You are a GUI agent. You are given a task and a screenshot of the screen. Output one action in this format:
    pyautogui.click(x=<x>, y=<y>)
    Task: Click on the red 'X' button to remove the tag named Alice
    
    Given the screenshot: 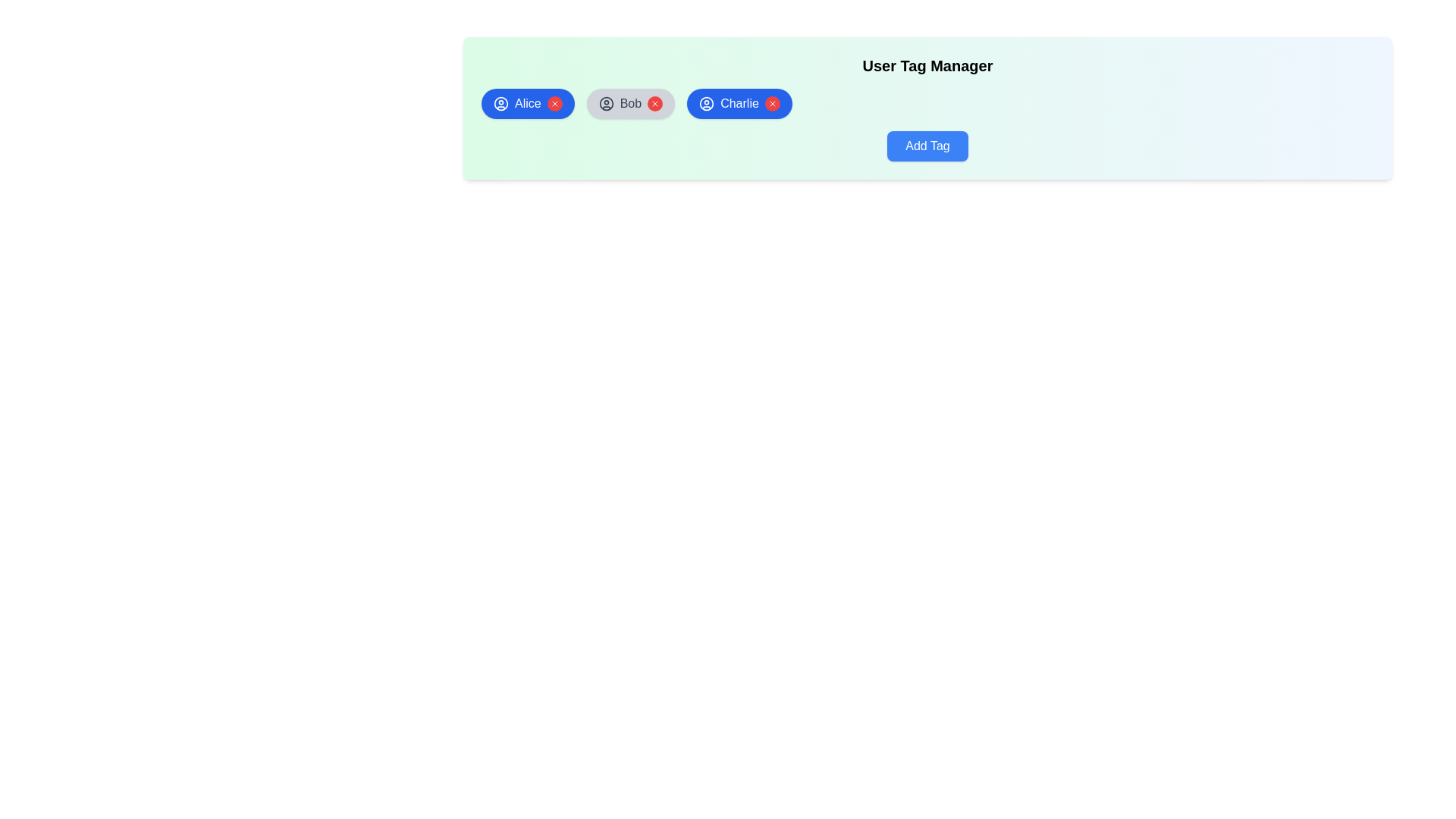 What is the action you would take?
    pyautogui.click(x=554, y=103)
    